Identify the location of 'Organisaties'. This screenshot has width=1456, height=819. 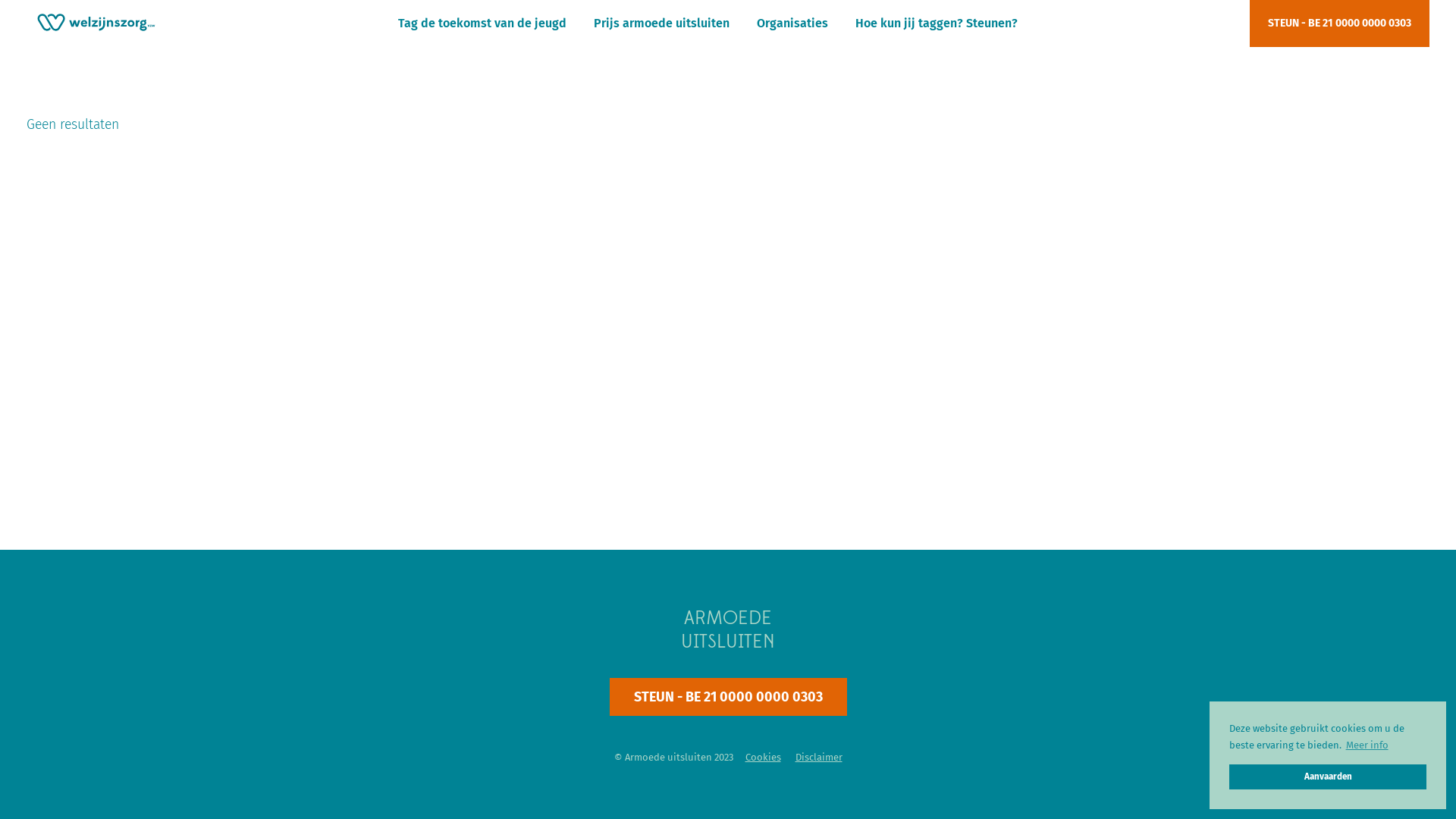
(757, 23).